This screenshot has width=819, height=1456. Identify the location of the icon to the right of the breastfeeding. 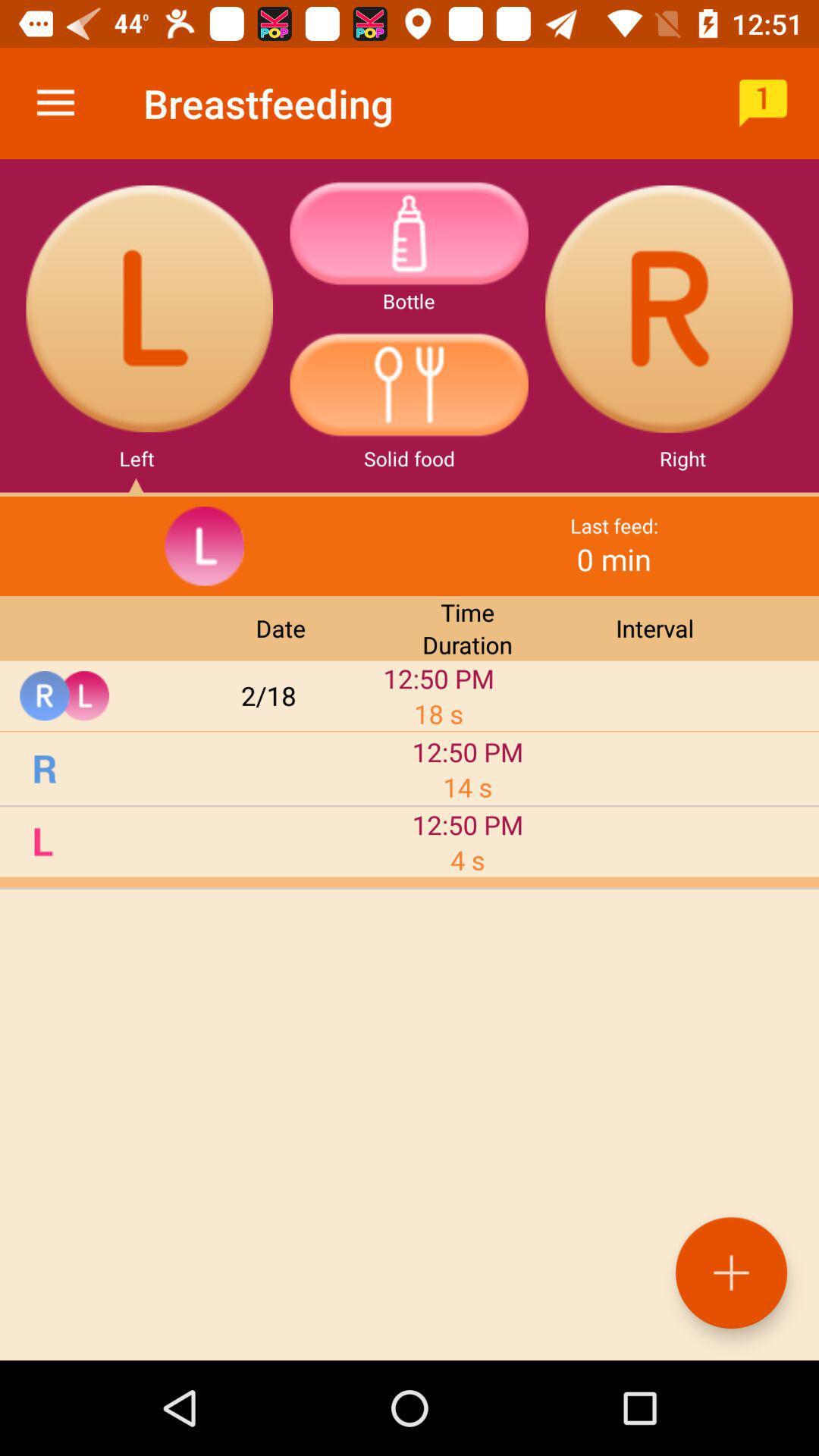
(763, 102).